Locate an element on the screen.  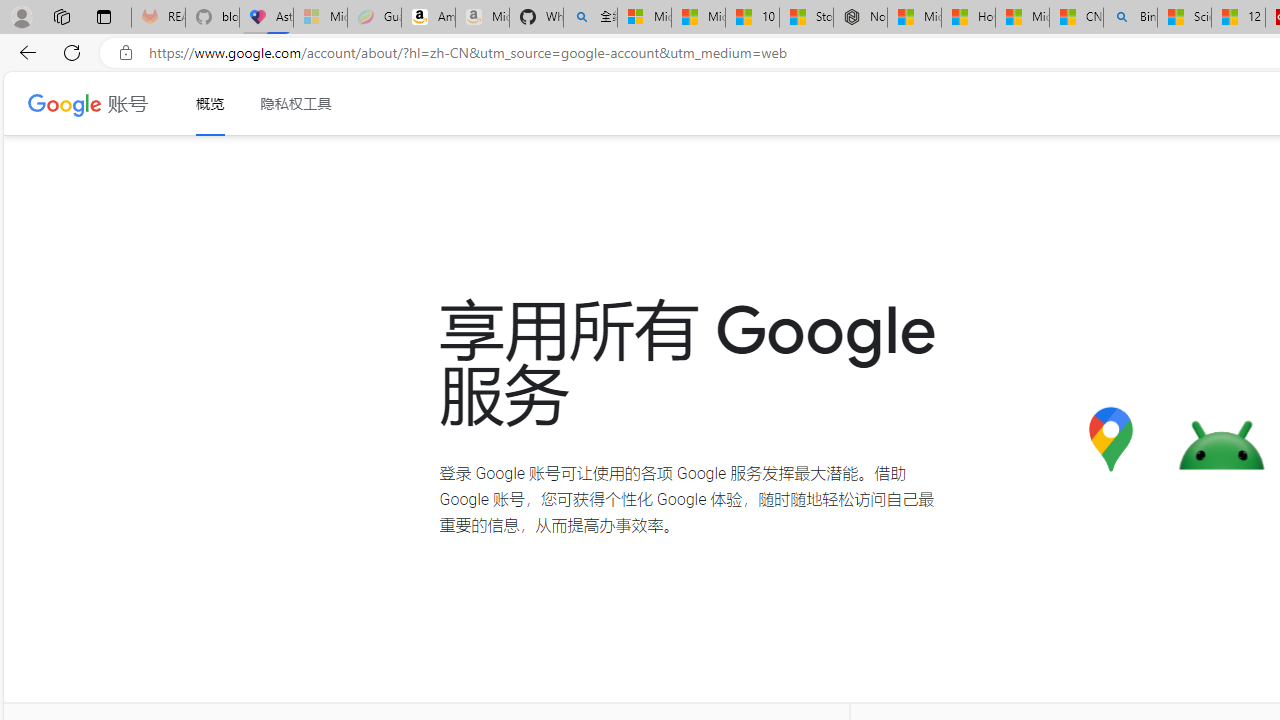
'Asthma Inhalers: Names and Types' is located at coordinates (265, 17).